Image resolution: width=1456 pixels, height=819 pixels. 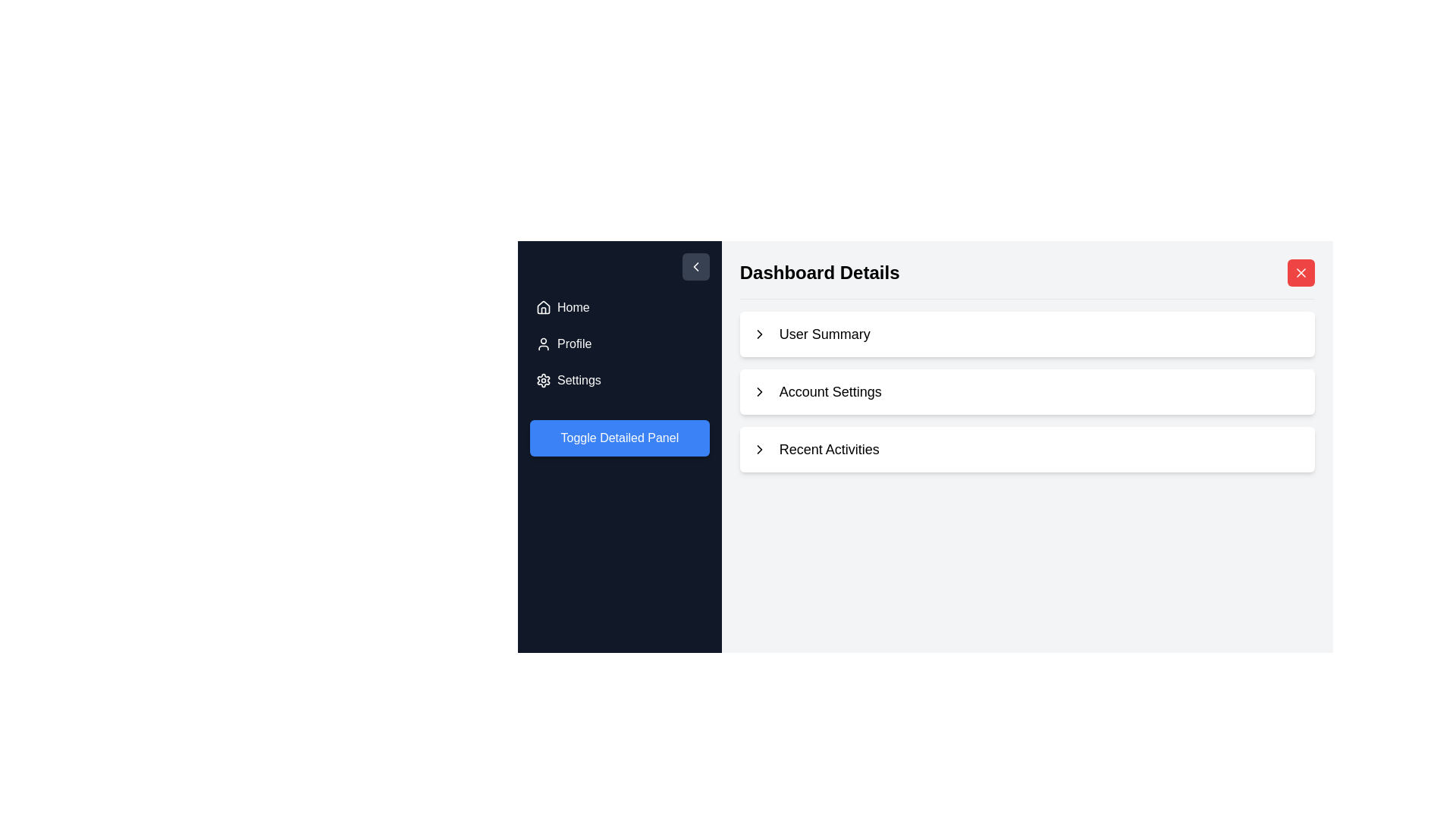 What do you see at coordinates (828, 449) in the screenshot?
I see `the 'Recent Activities' text label, which is styled with a larger font size and located within the 'Dashboard Details' section, specifically in the bottom portion of the right pane` at bounding box center [828, 449].